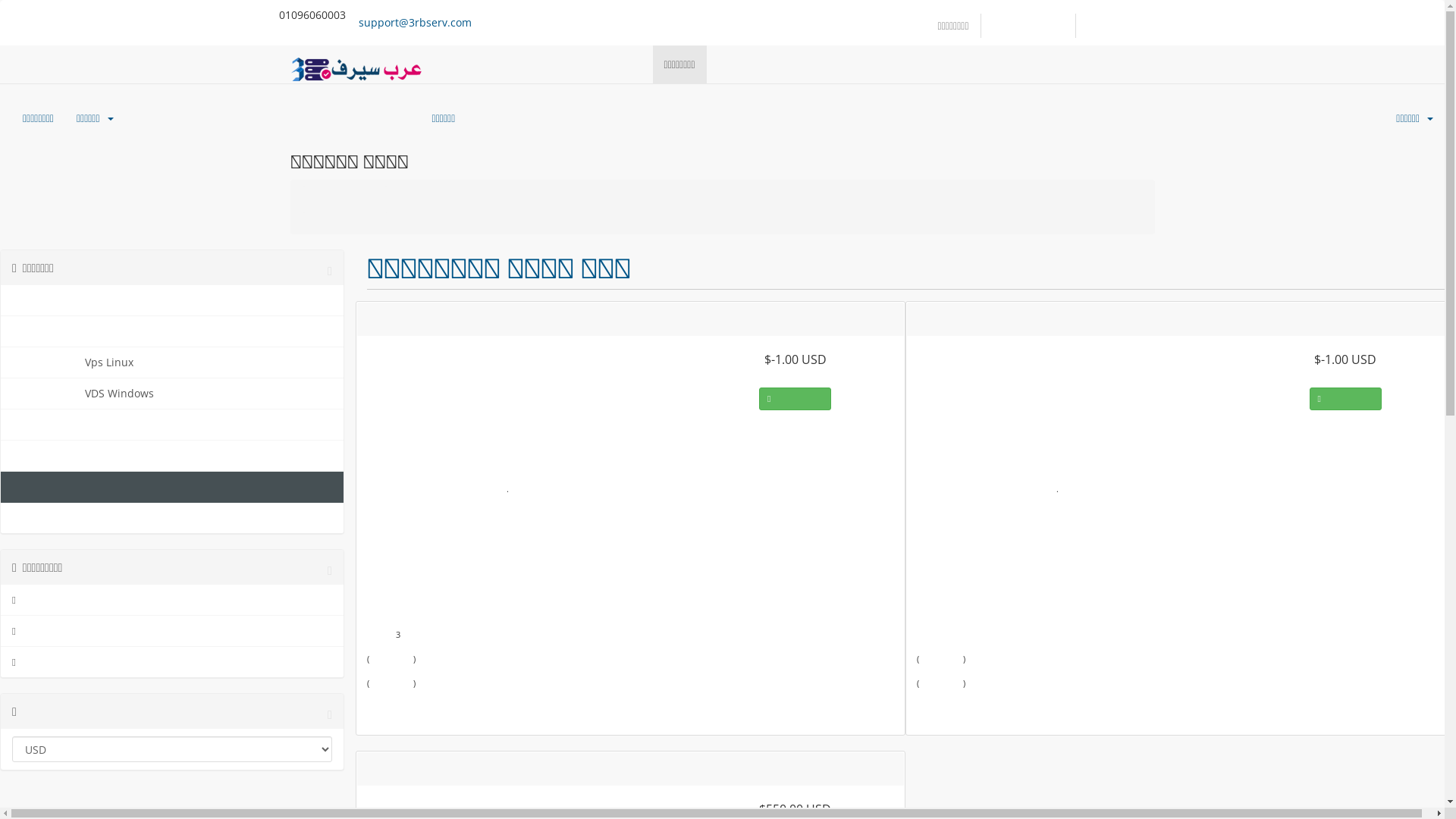 Image resolution: width=1456 pixels, height=819 pixels. I want to click on 'support@3rbserv.com', so click(415, 23).